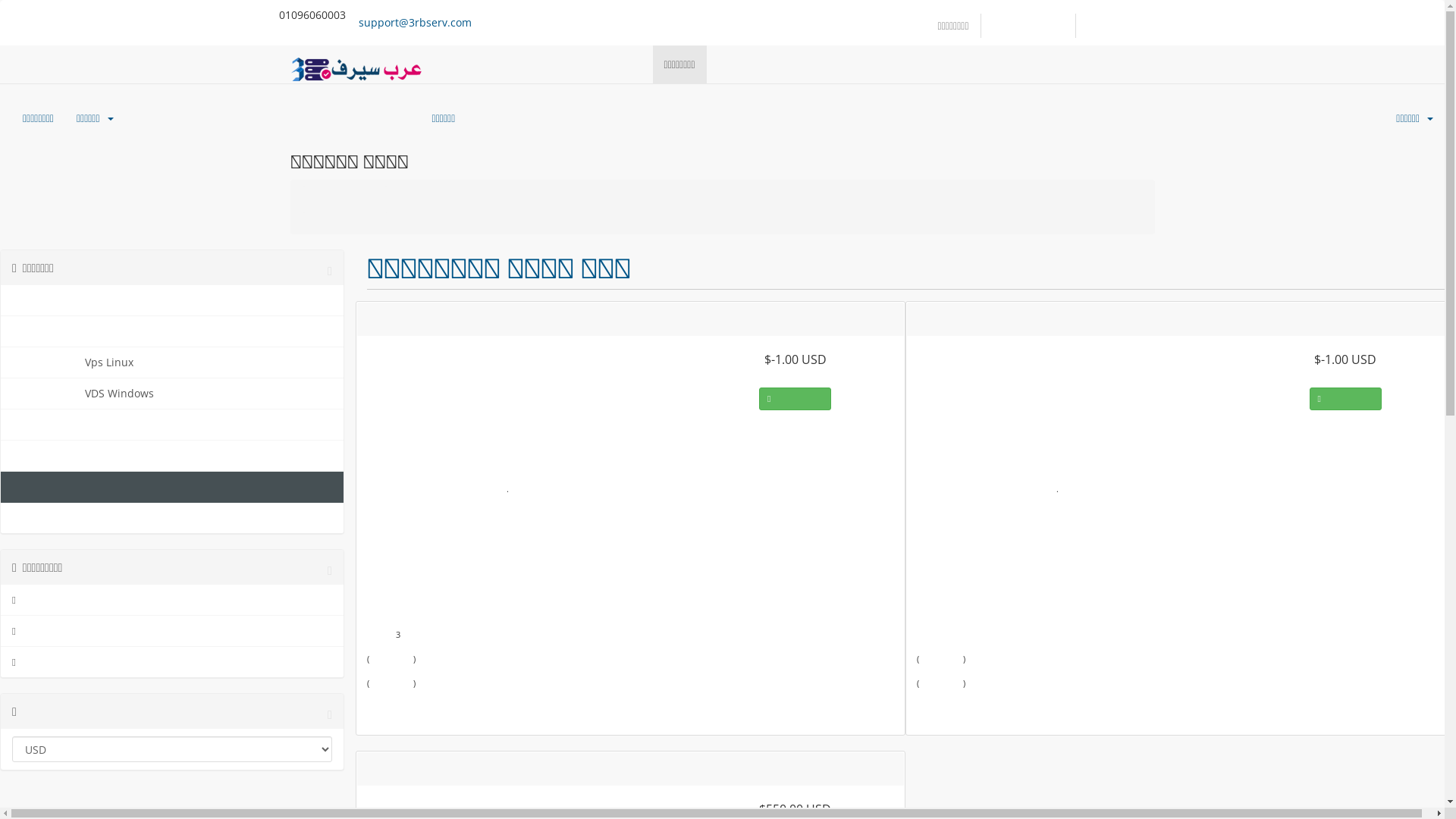 Image resolution: width=1456 pixels, height=819 pixels. I want to click on 'support@3rbserv.com', so click(415, 23).